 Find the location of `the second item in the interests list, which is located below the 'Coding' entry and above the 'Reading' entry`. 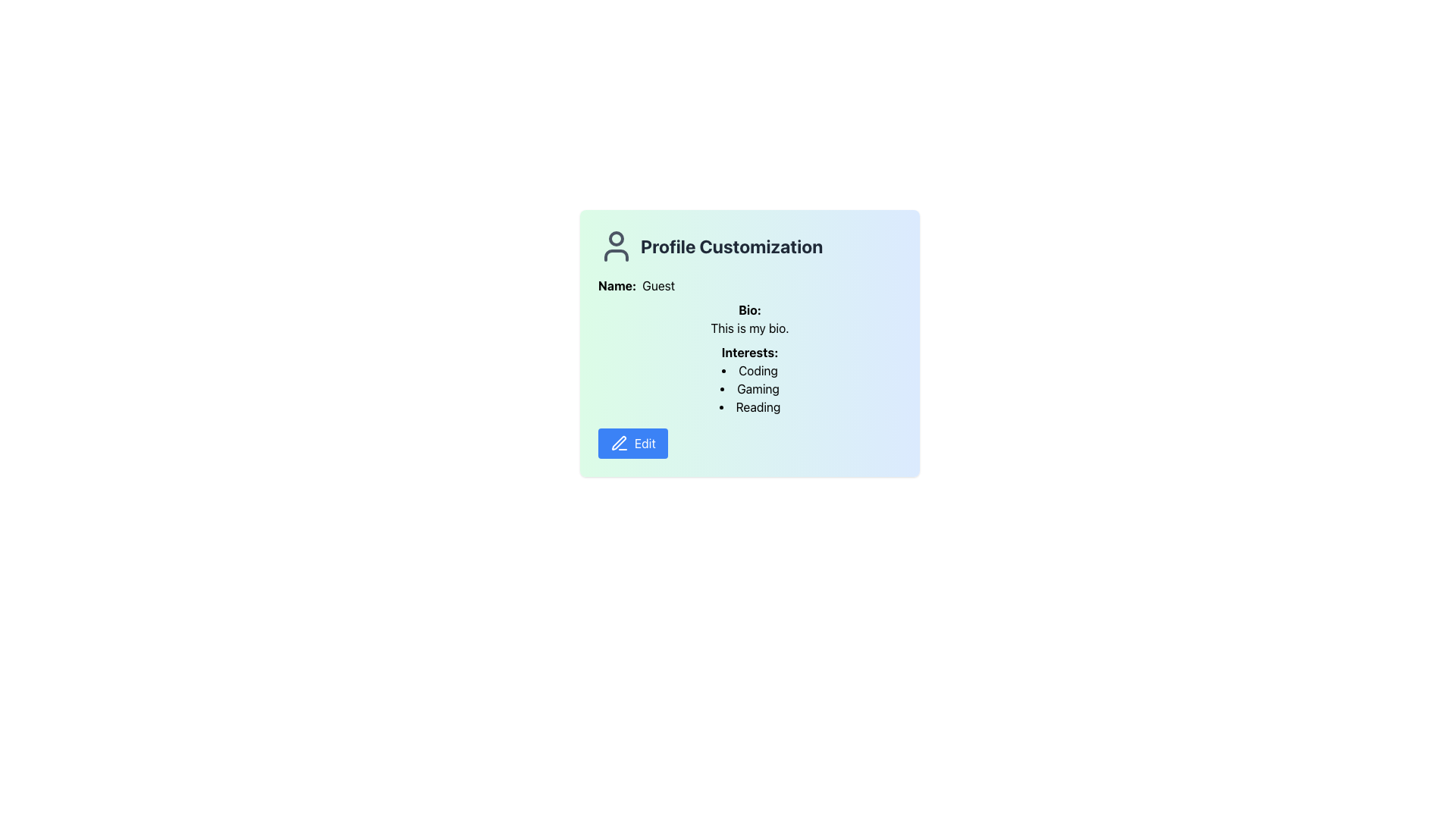

the second item in the interests list, which is located below the 'Coding' entry and above the 'Reading' entry is located at coordinates (749, 388).